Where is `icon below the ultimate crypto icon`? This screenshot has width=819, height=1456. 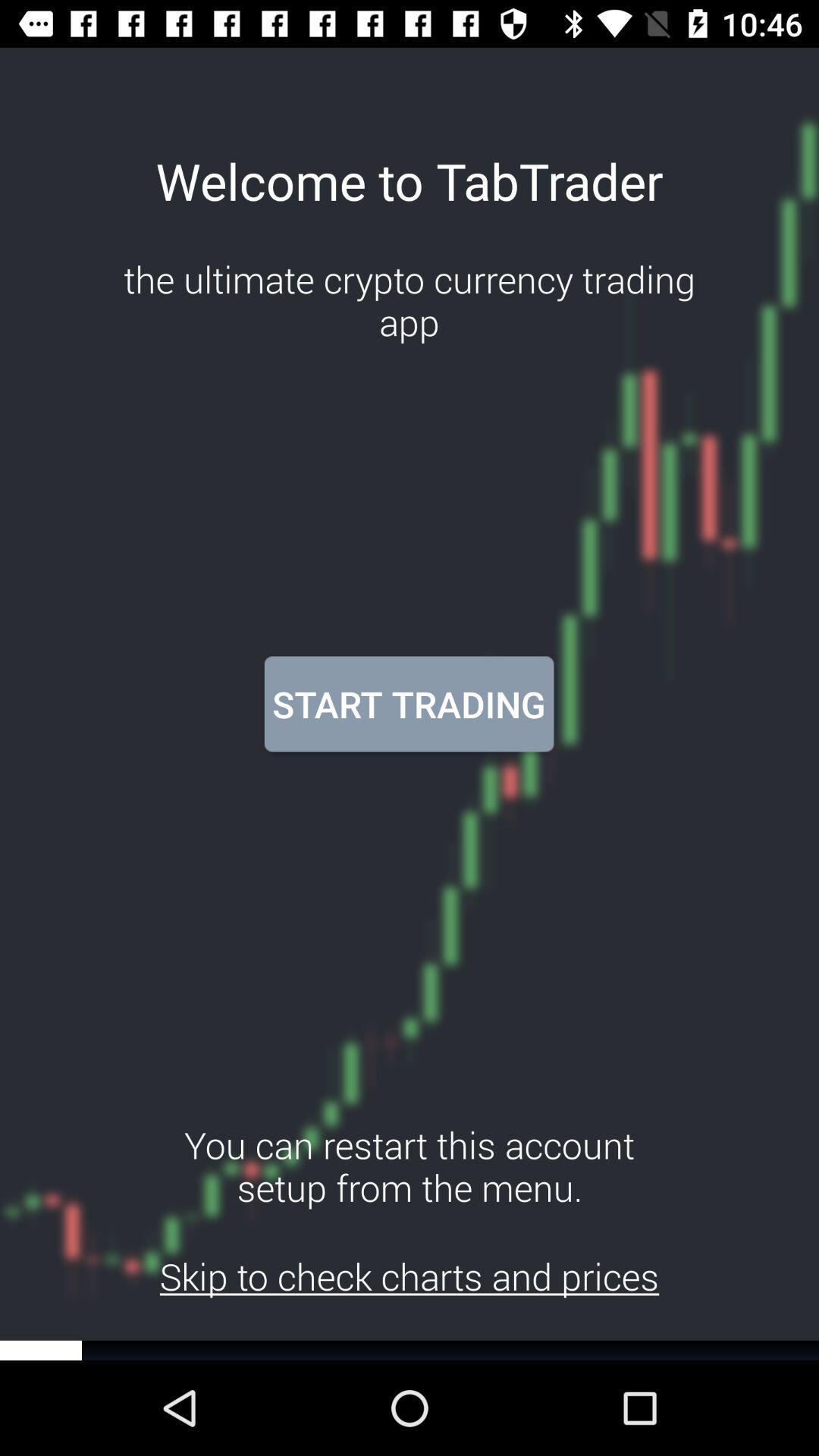
icon below the ultimate crypto icon is located at coordinates (408, 703).